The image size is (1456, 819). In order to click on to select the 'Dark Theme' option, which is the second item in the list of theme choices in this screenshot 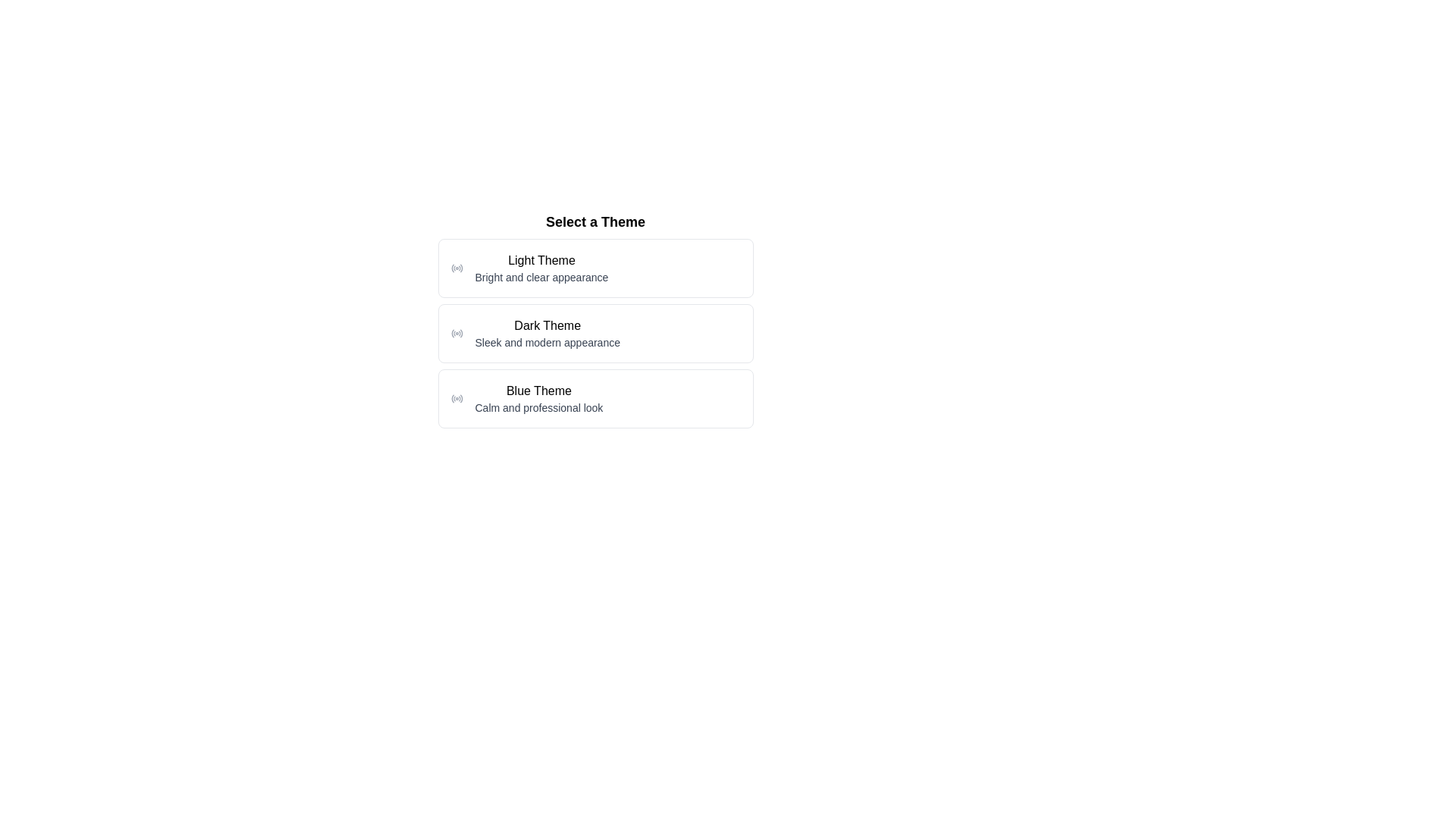, I will do `click(595, 332)`.